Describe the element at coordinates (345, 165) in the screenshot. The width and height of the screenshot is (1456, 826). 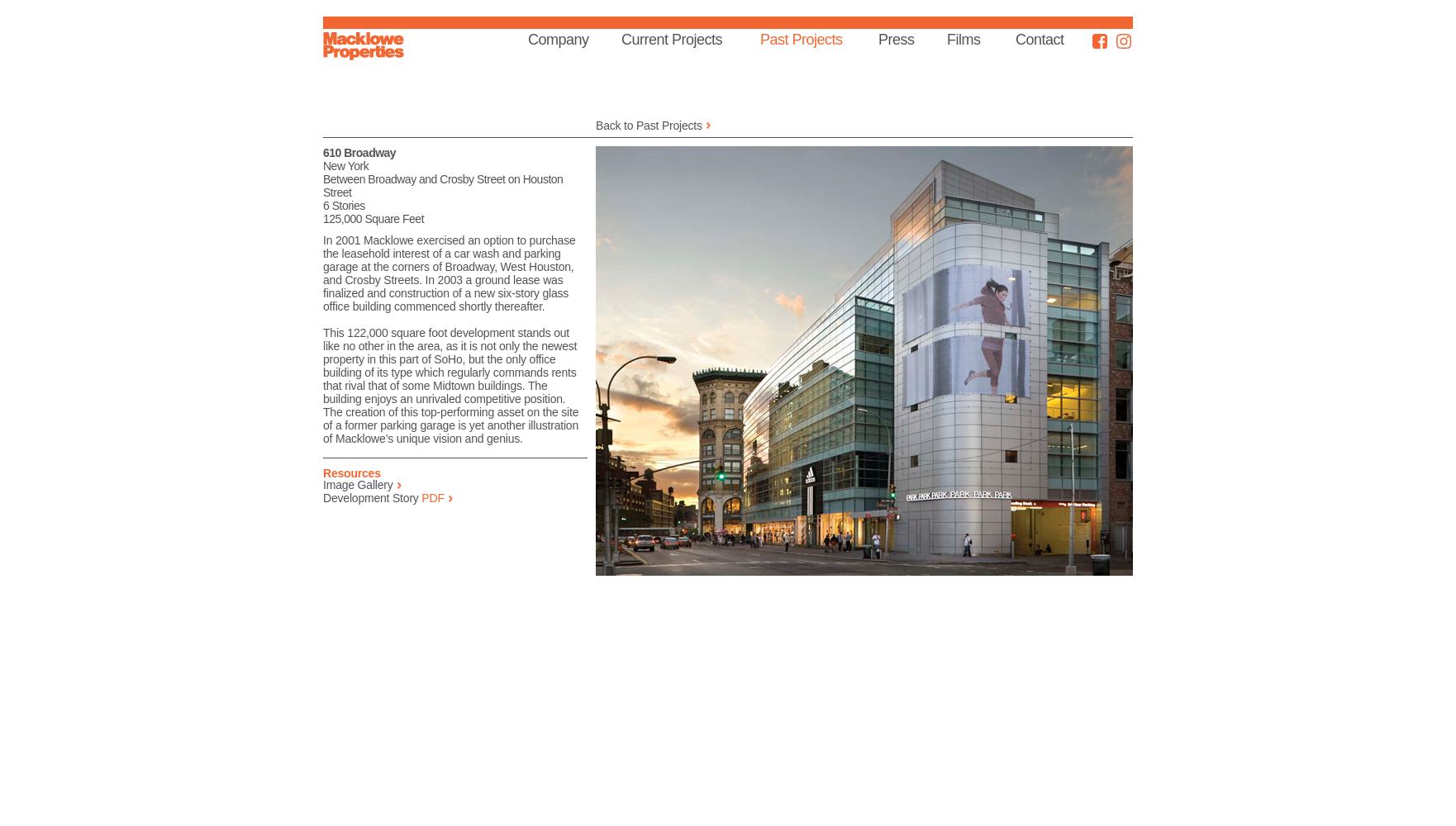
I see `'New York'` at that location.